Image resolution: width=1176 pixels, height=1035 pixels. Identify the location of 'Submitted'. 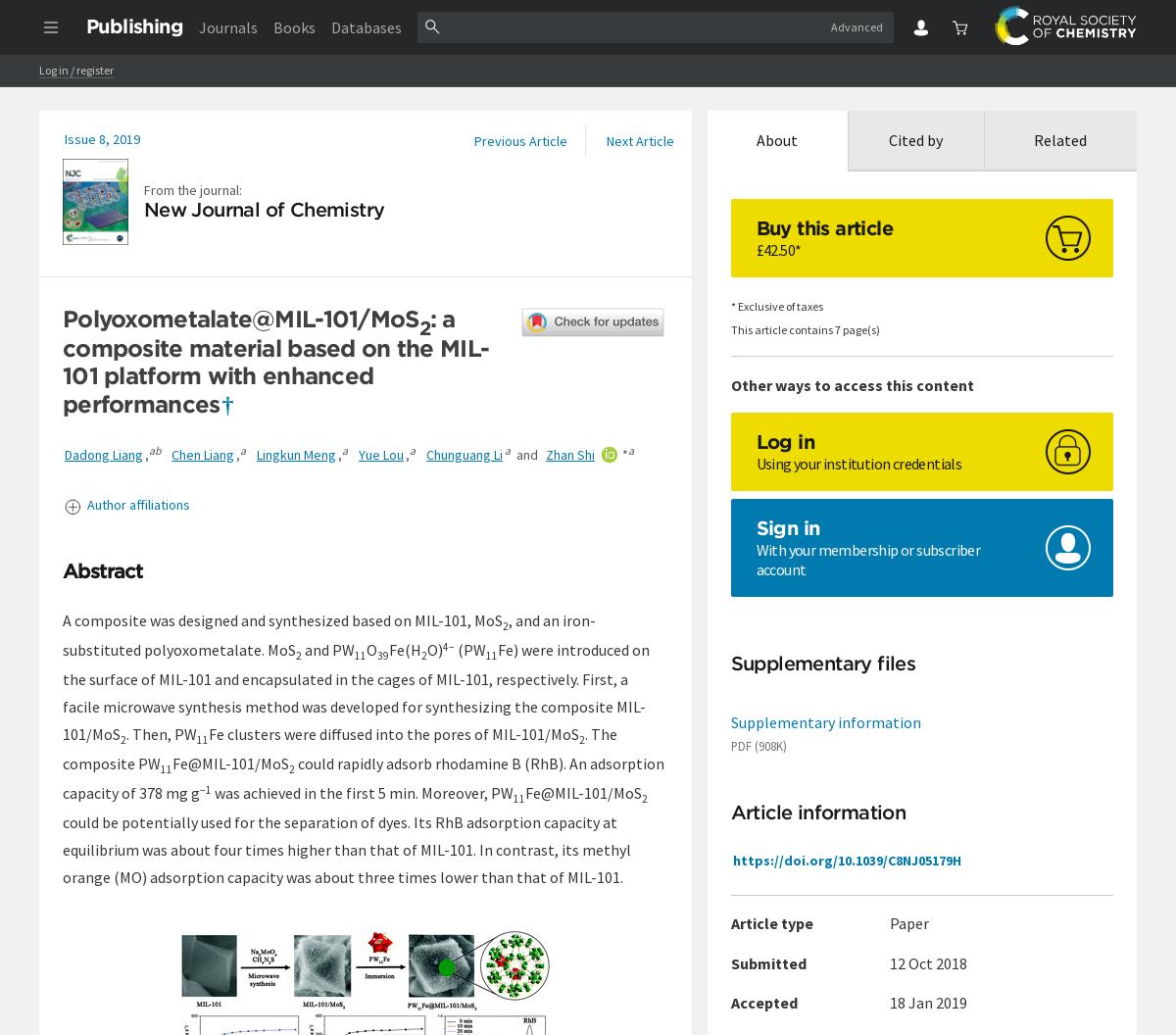
(766, 963).